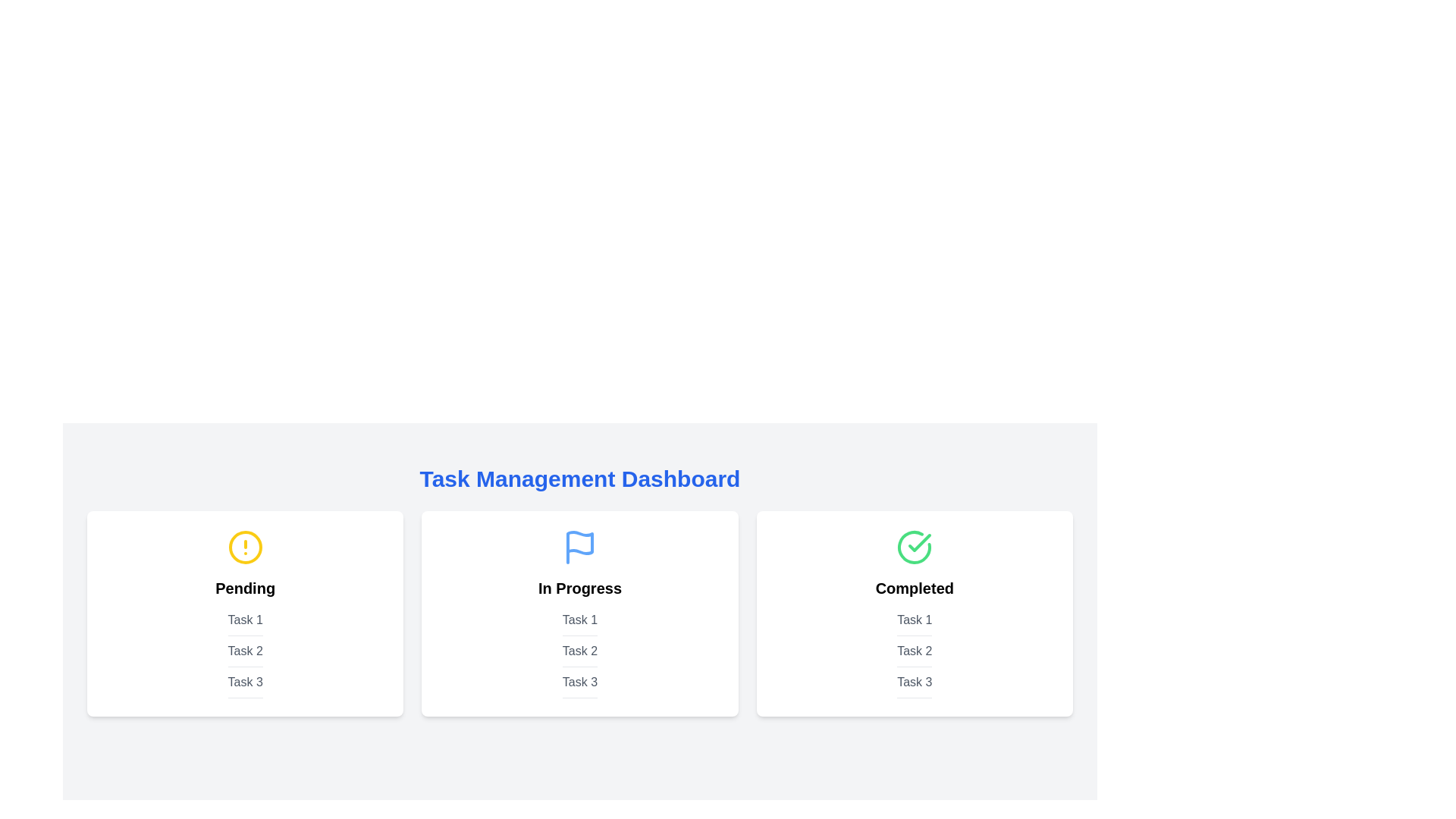 This screenshot has height=819, width=1456. What do you see at coordinates (579, 654) in the screenshot?
I see `the 'Task 2' text label in the 'In Progress' section` at bounding box center [579, 654].